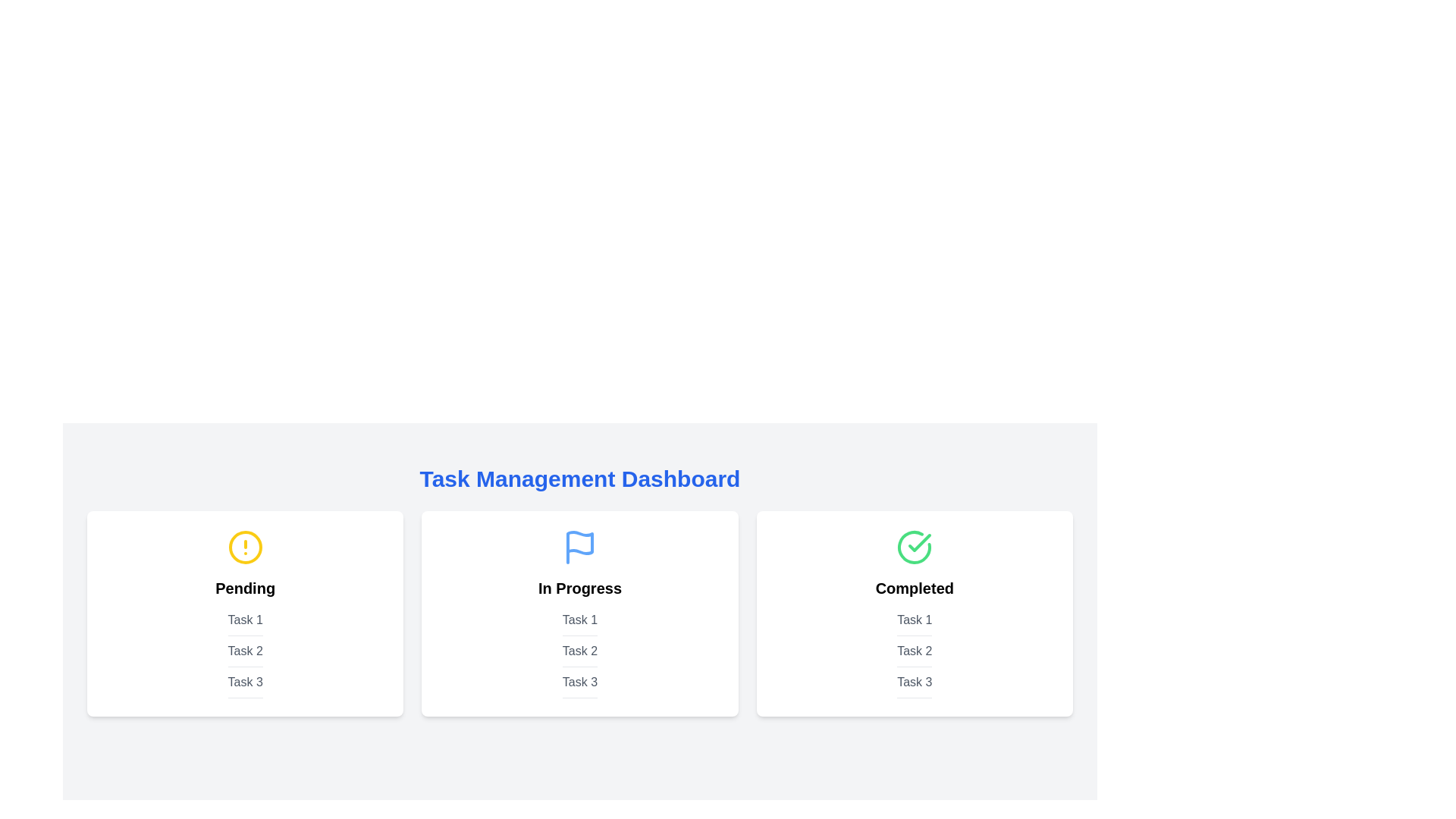 This screenshot has height=819, width=1456. What do you see at coordinates (579, 654) in the screenshot?
I see `the 'Task 2' text label in the 'In Progress' section` at bounding box center [579, 654].